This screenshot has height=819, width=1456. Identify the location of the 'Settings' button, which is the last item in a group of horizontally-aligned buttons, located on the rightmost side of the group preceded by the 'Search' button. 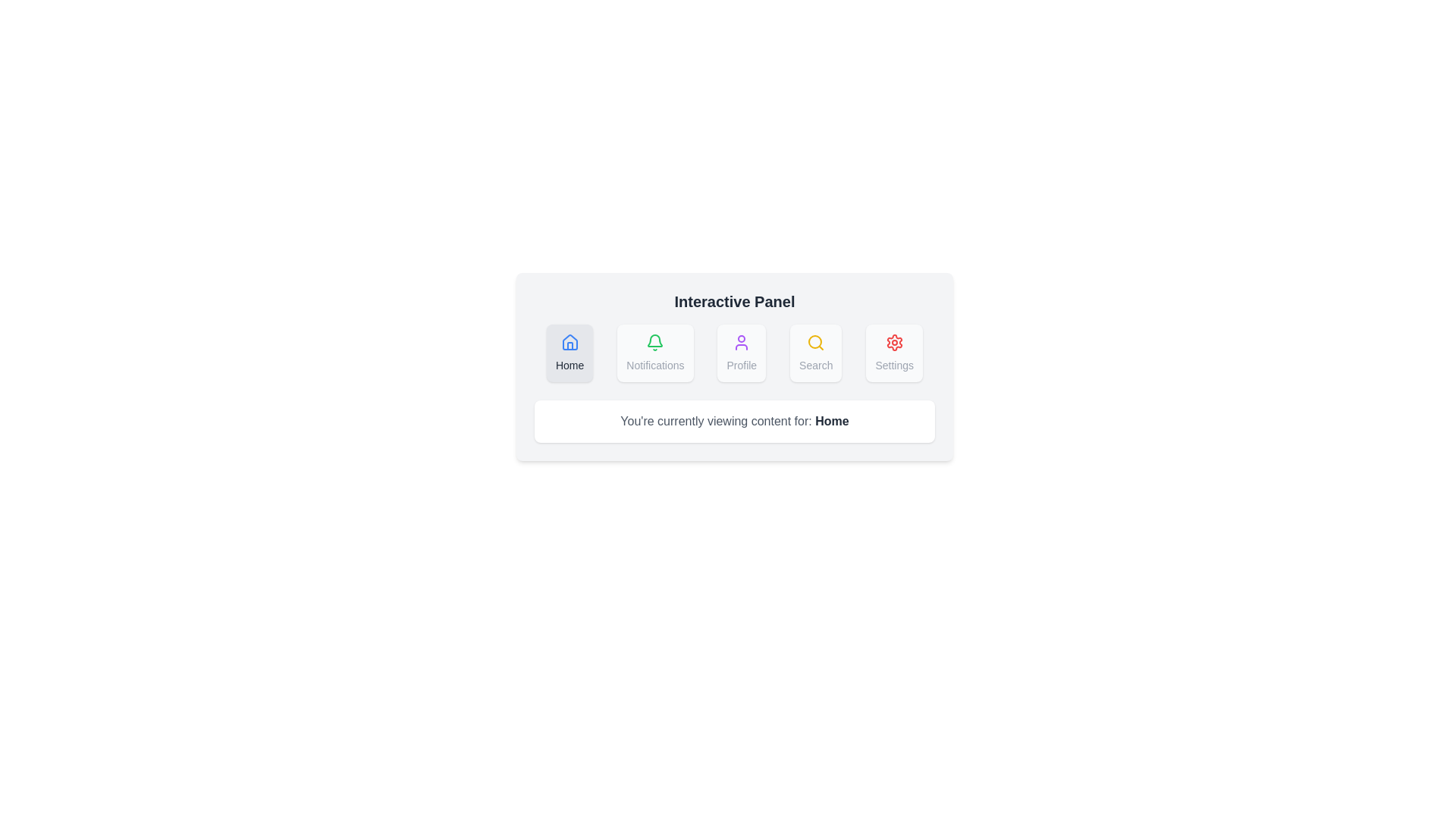
(894, 353).